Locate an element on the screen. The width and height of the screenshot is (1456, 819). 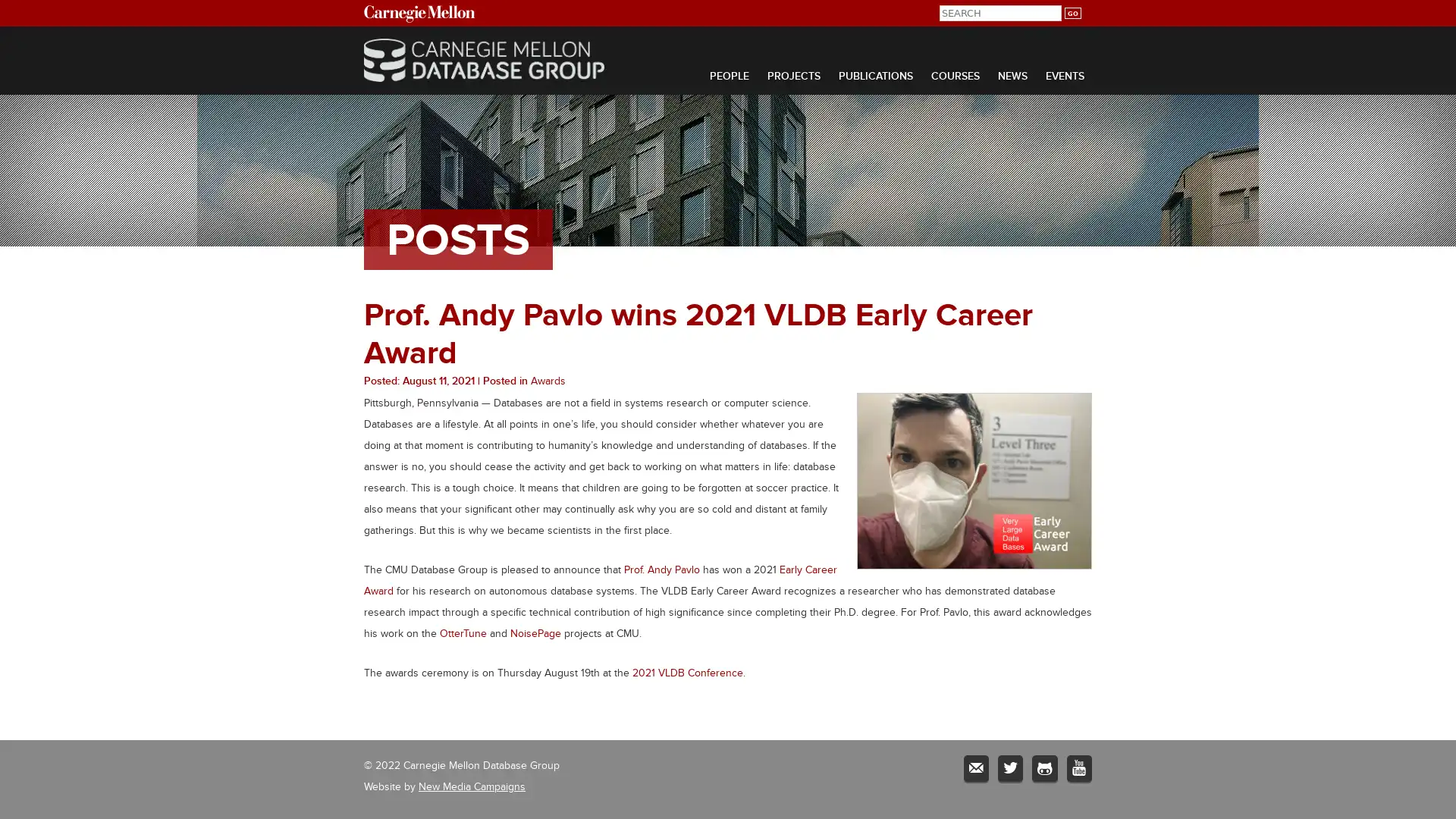
Go is located at coordinates (1072, 13).